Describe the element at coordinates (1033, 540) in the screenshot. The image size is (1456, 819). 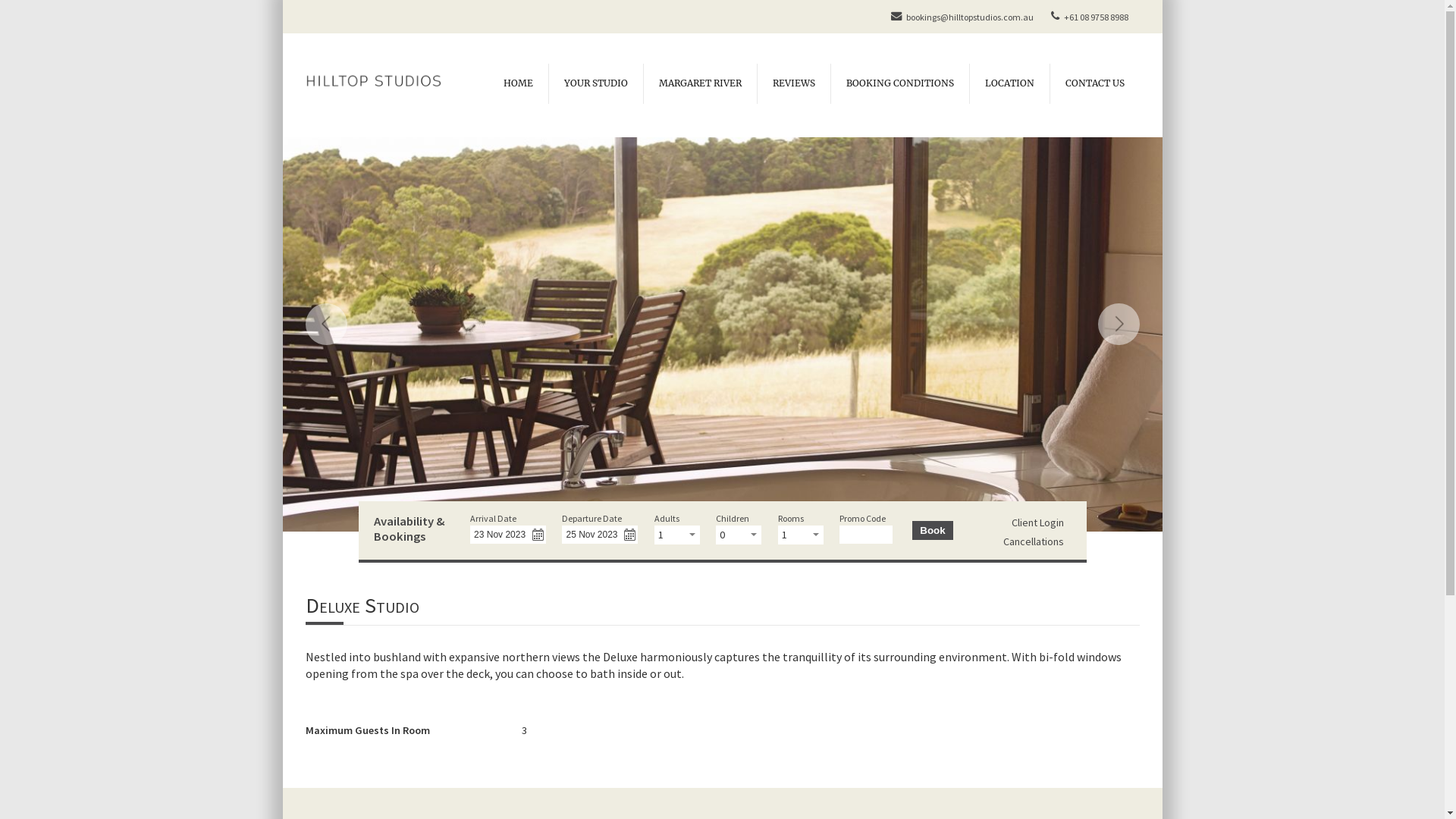
I see `'Cancellations'` at that location.